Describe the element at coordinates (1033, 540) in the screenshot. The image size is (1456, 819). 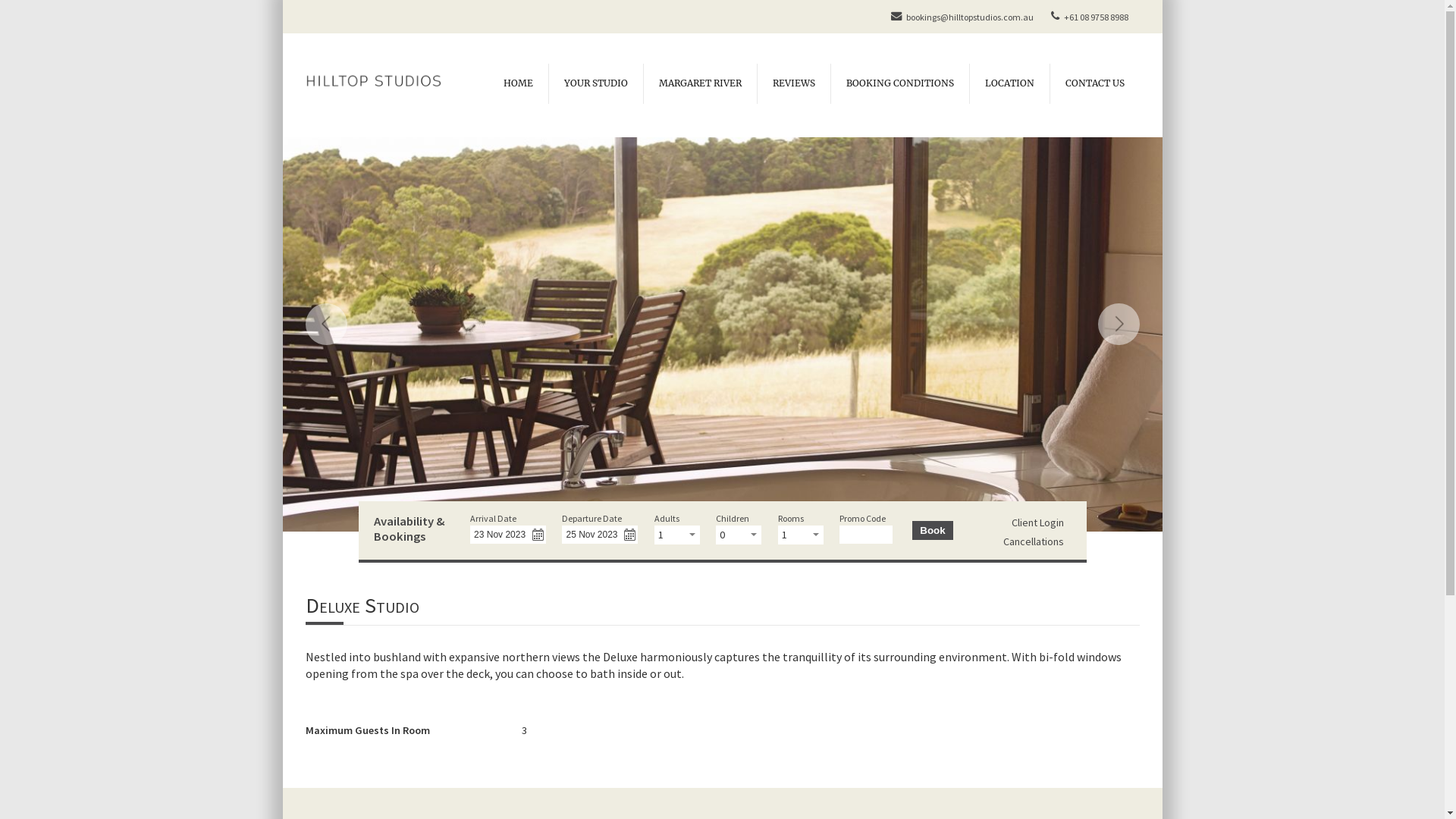
I see `'Cancellations'` at that location.